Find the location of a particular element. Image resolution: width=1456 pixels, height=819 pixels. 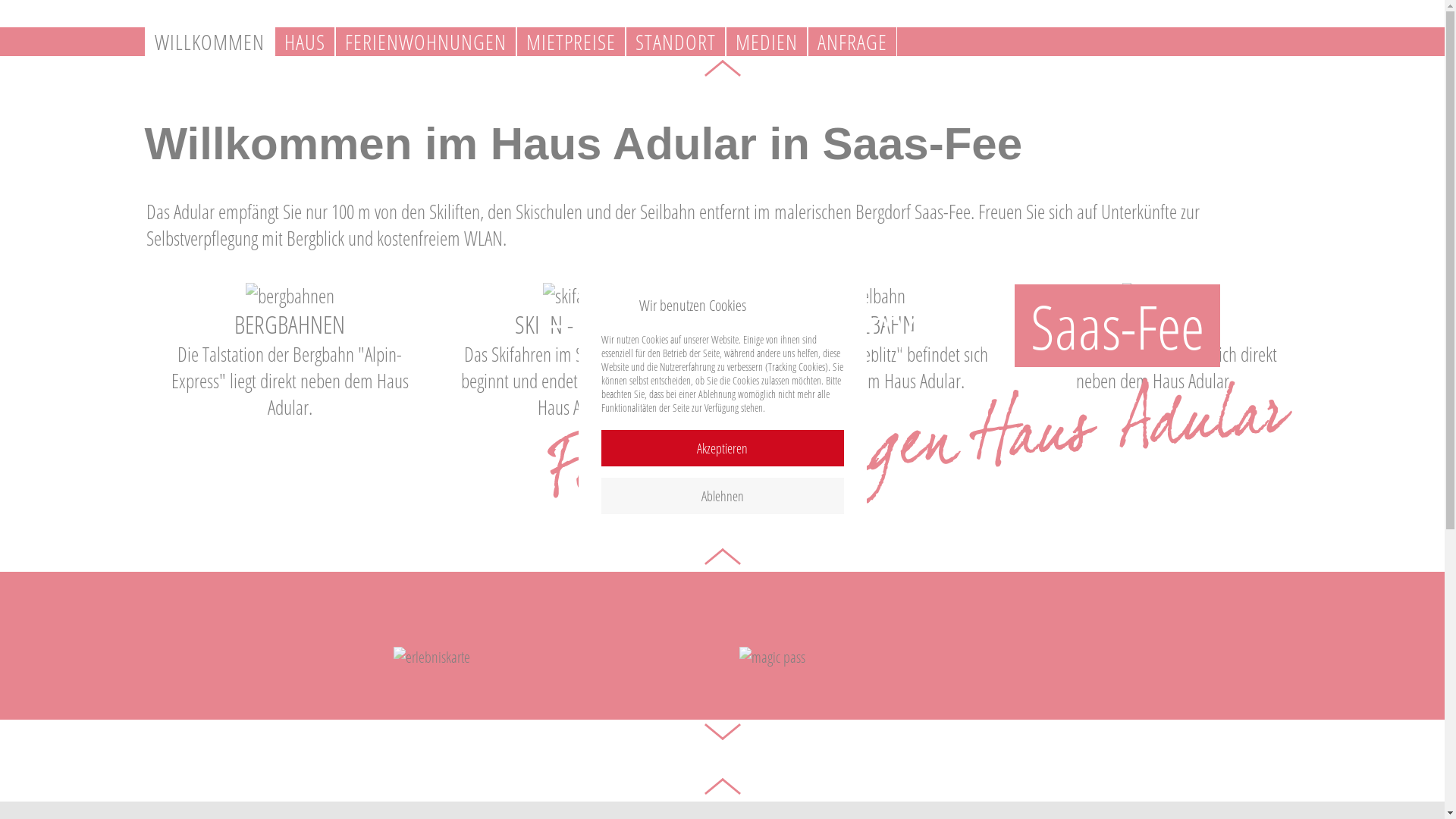

'Akzeptieren' is located at coordinates (720, 447).